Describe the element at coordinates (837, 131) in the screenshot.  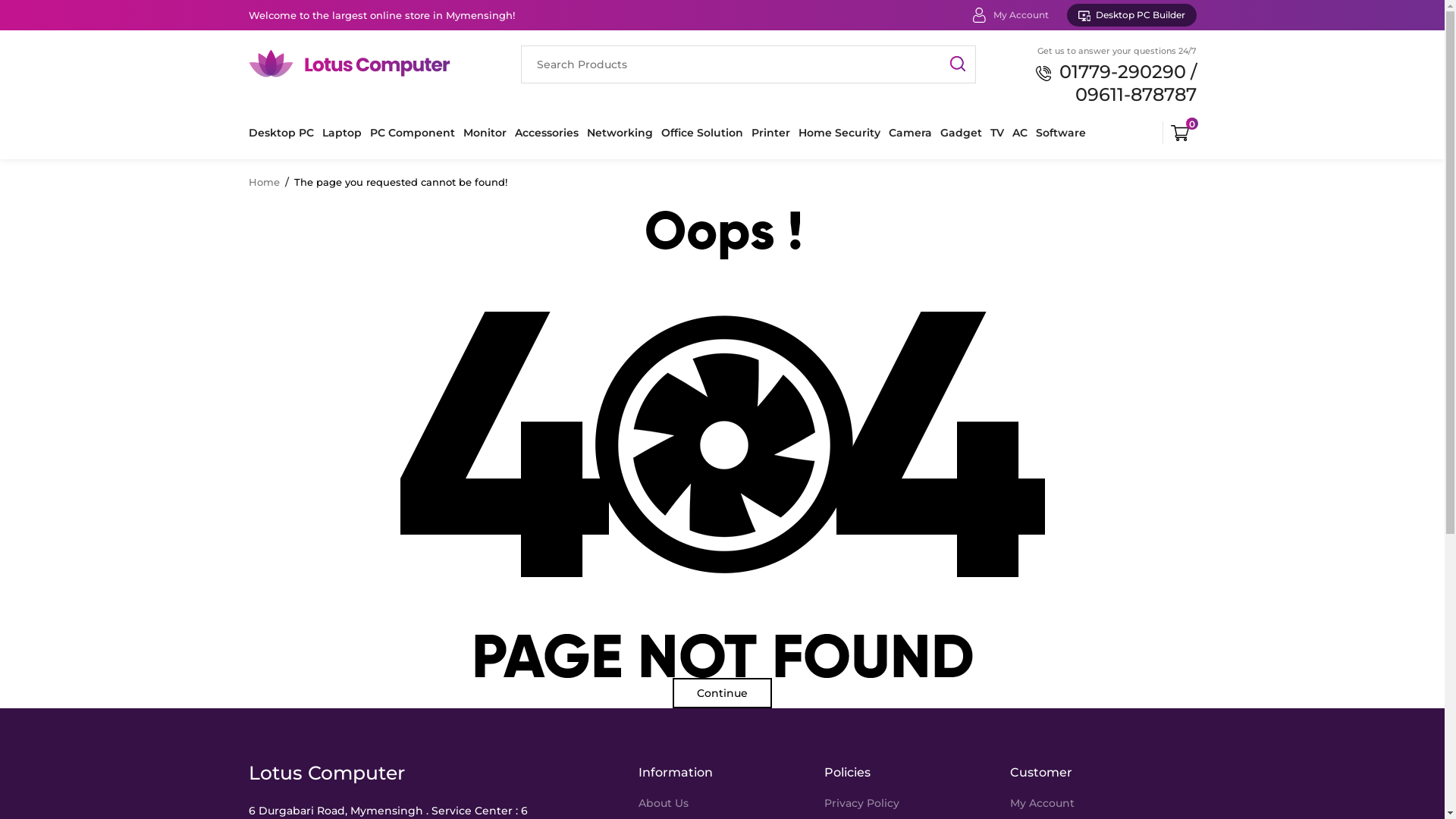
I see `'Home Security'` at that location.